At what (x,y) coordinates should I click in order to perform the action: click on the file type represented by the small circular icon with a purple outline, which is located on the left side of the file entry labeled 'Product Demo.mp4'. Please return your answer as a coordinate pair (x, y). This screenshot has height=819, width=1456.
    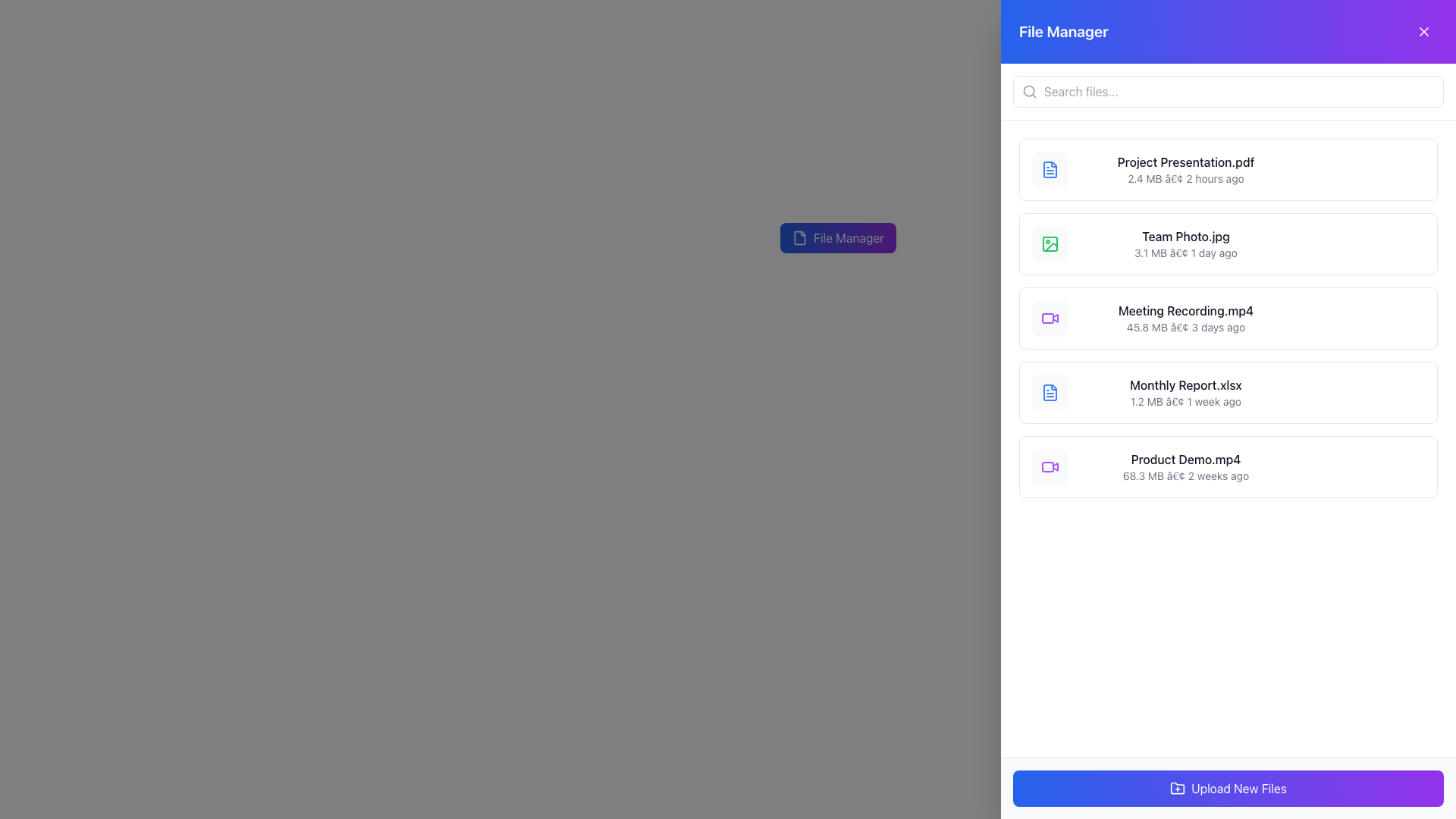
    Looking at the image, I should click on (1050, 466).